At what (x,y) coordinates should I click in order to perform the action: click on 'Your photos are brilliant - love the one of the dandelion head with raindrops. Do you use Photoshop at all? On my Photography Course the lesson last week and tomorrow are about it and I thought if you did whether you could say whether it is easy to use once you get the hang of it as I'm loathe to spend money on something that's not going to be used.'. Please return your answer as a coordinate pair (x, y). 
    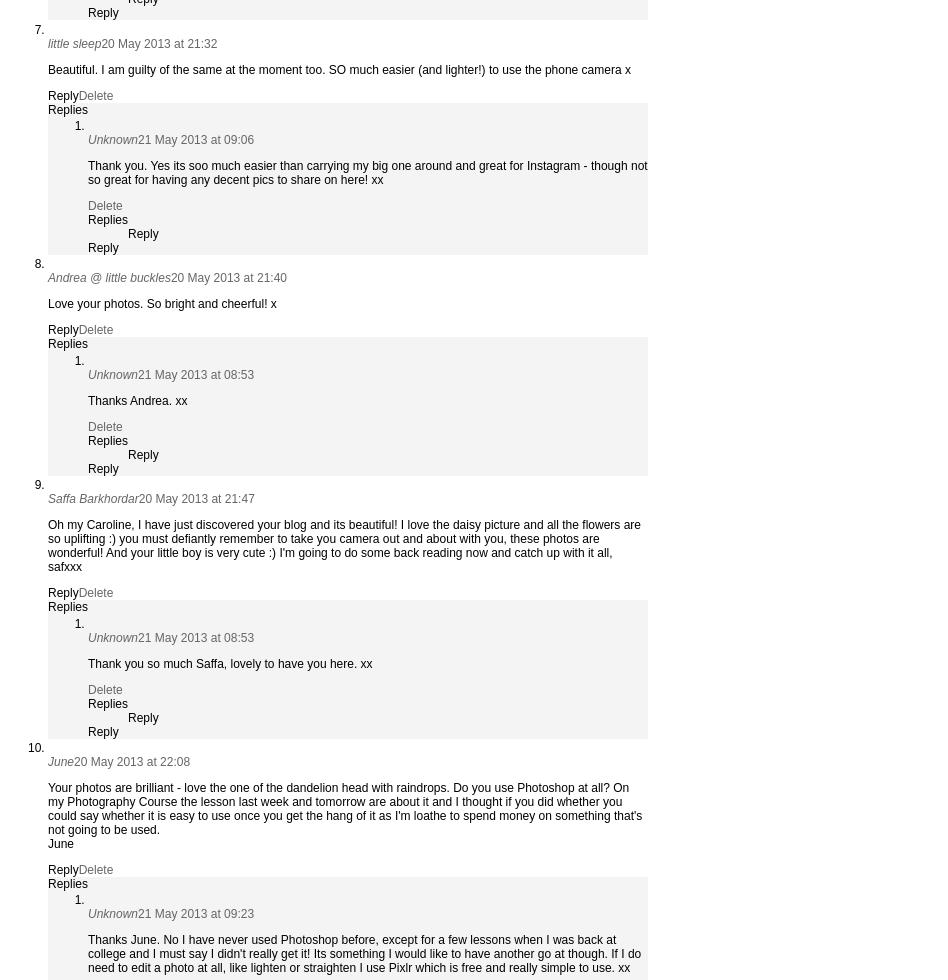
    Looking at the image, I should click on (47, 808).